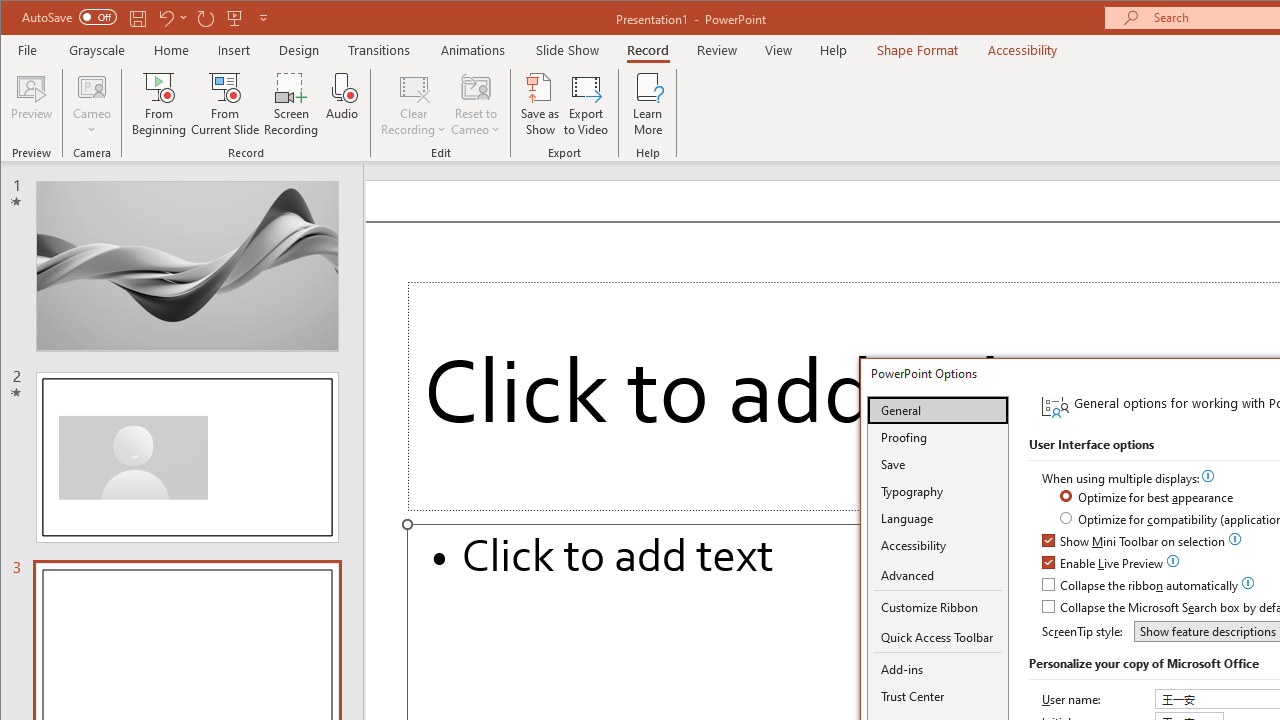 The width and height of the screenshot is (1280, 720). I want to click on 'Learn More', so click(648, 104).